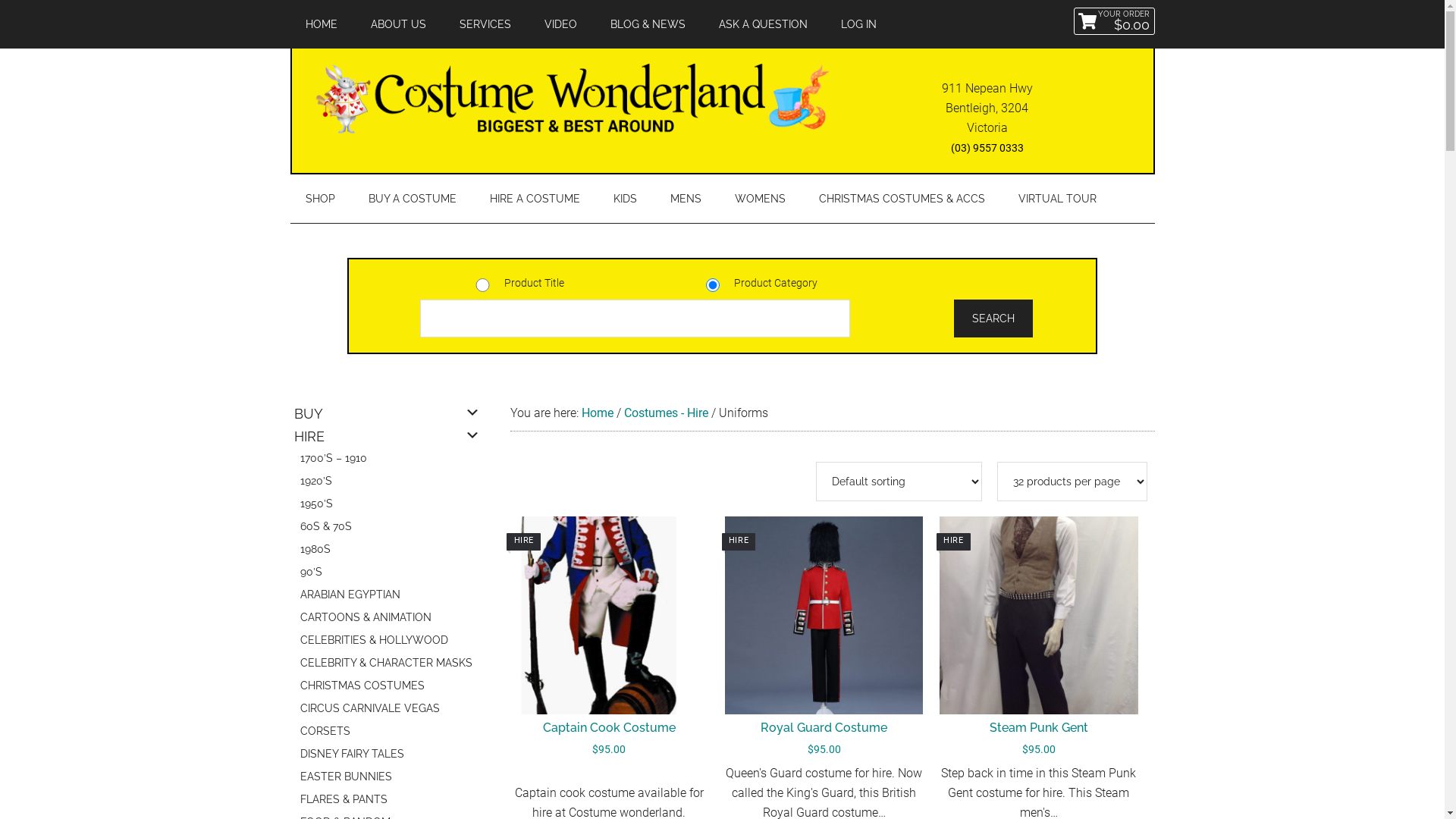 The width and height of the screenshot is (1456, 819). What do you see at coordinates (295, 551) in the screenshot?
I see `'1980S'` at bounding box center [295, 551].